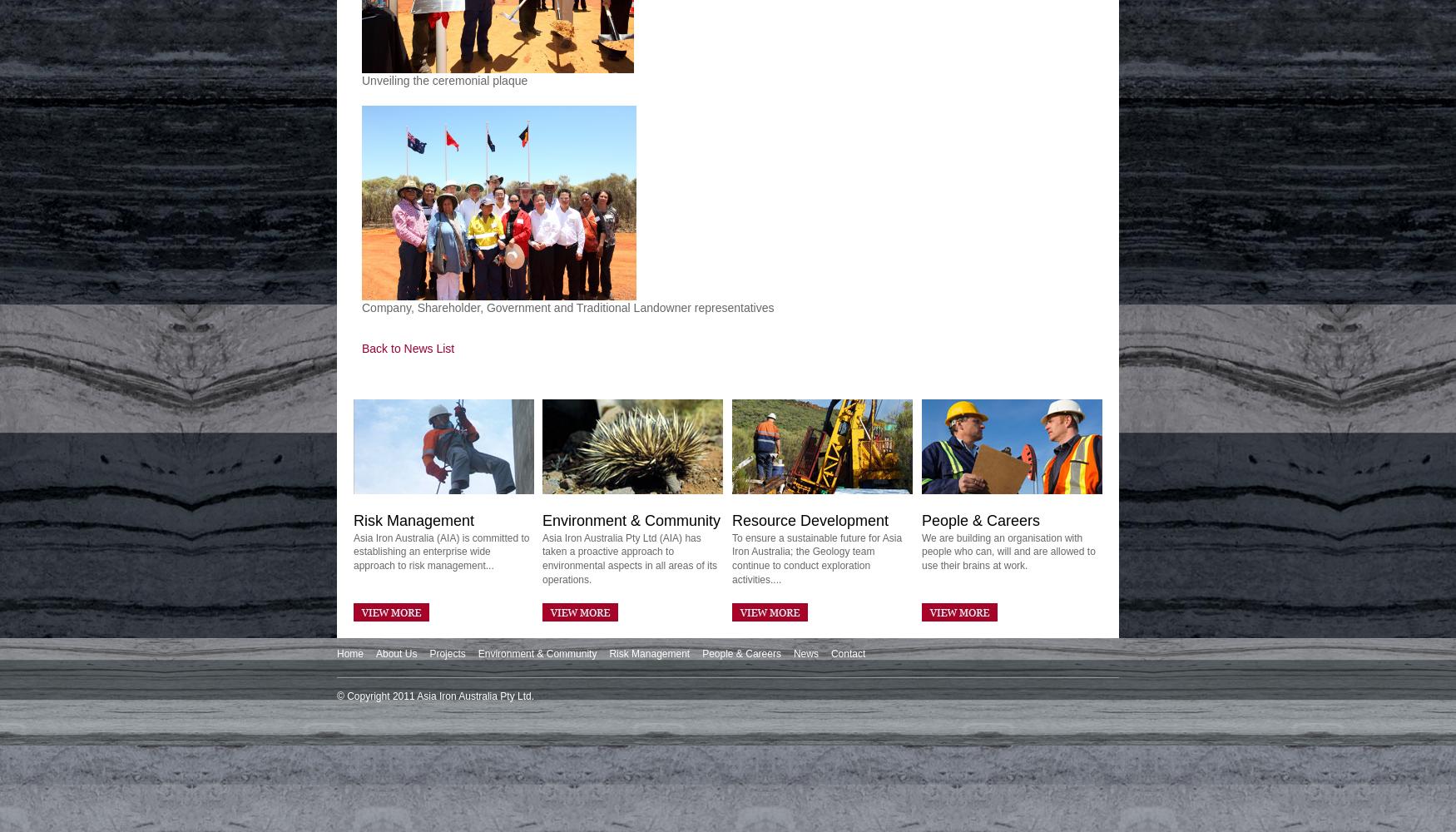 The width and height of the screenshot is (1456, 832). What do you see at coordinates (428, 654) in the screenshot?
I see `'Projects'` at bounding box center [428, 654].